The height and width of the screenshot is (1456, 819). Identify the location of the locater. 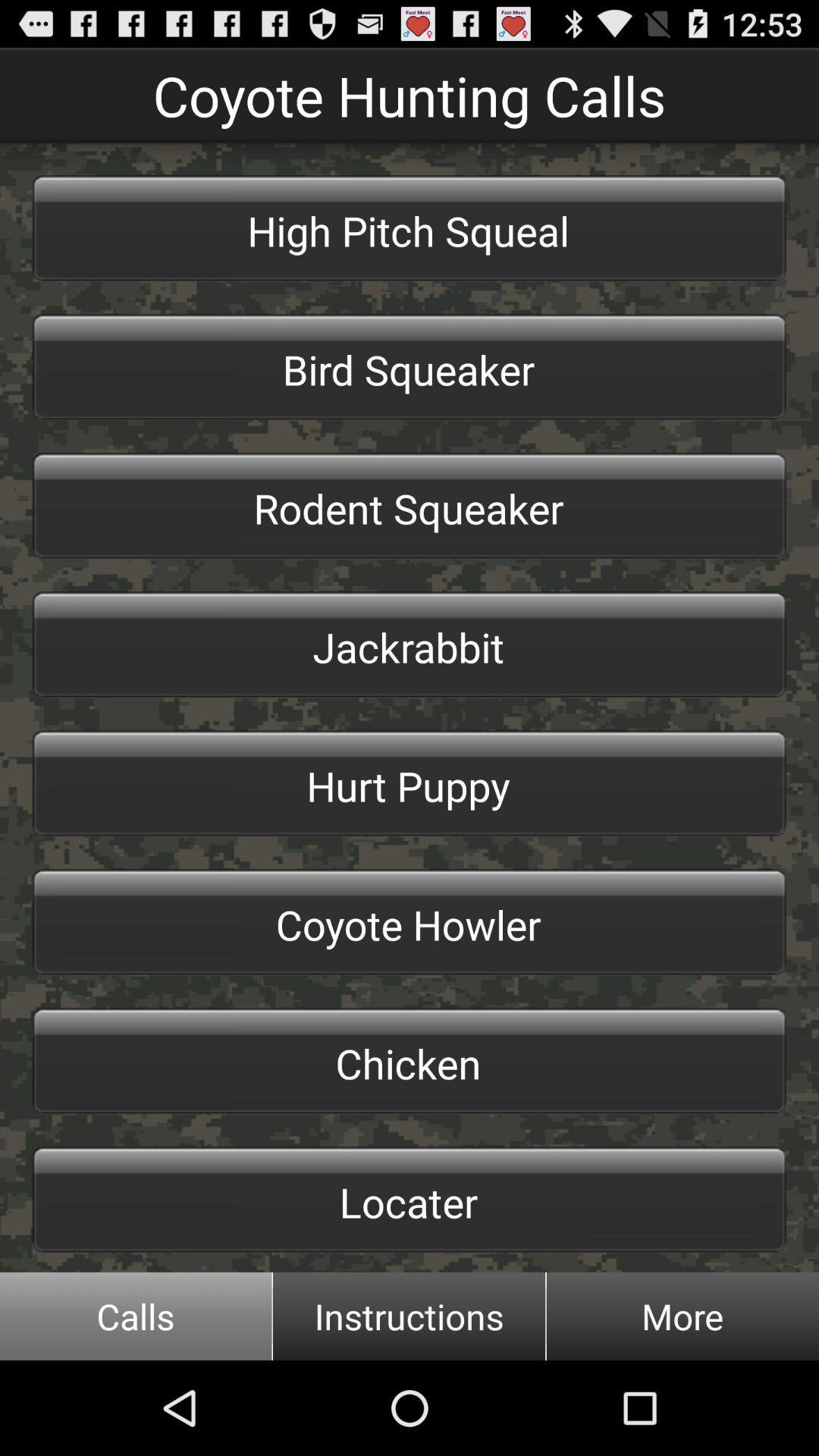
(409, 1199).